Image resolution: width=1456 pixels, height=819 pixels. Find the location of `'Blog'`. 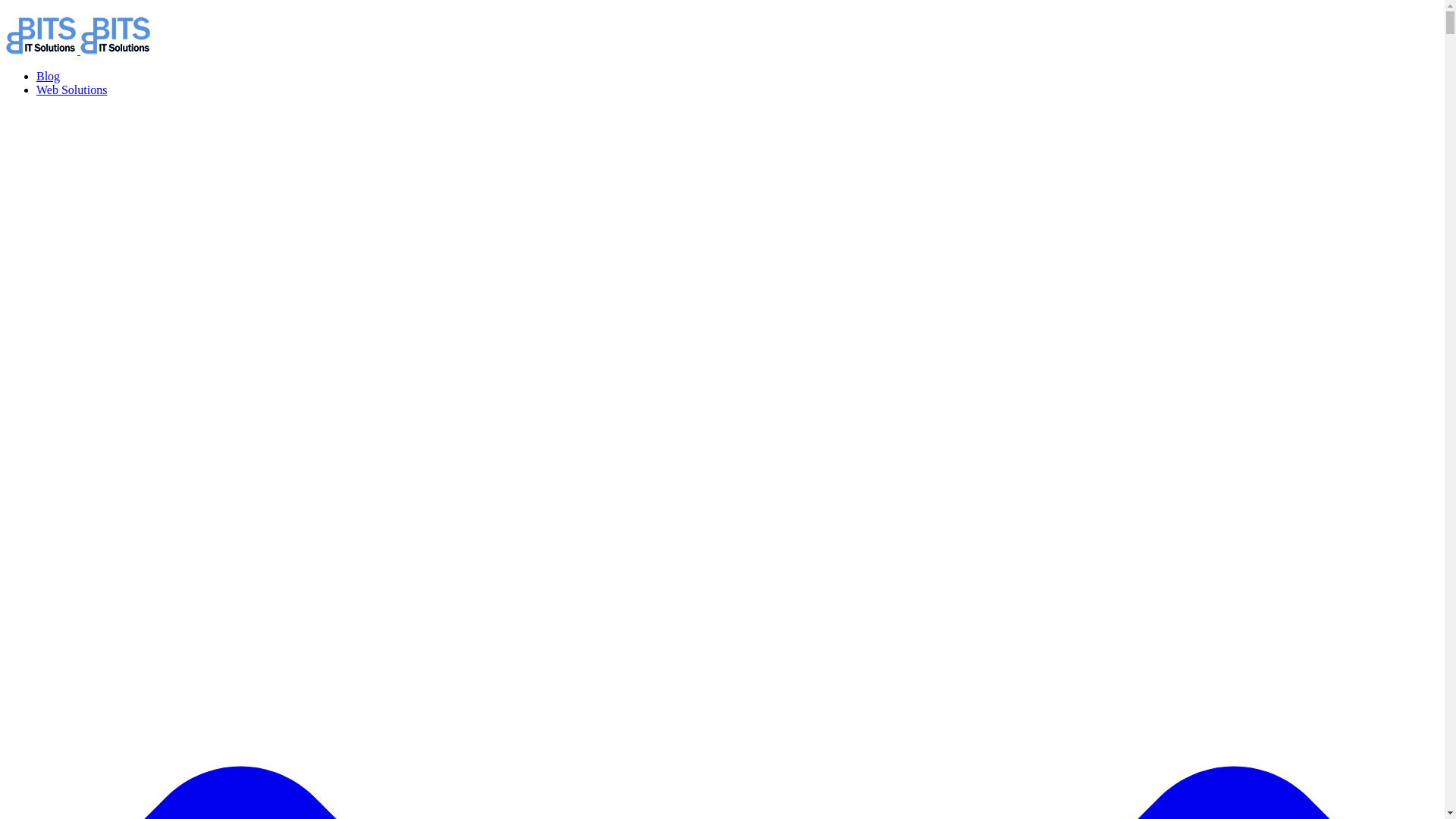

'Blog' is located at coordinates (48, 76).